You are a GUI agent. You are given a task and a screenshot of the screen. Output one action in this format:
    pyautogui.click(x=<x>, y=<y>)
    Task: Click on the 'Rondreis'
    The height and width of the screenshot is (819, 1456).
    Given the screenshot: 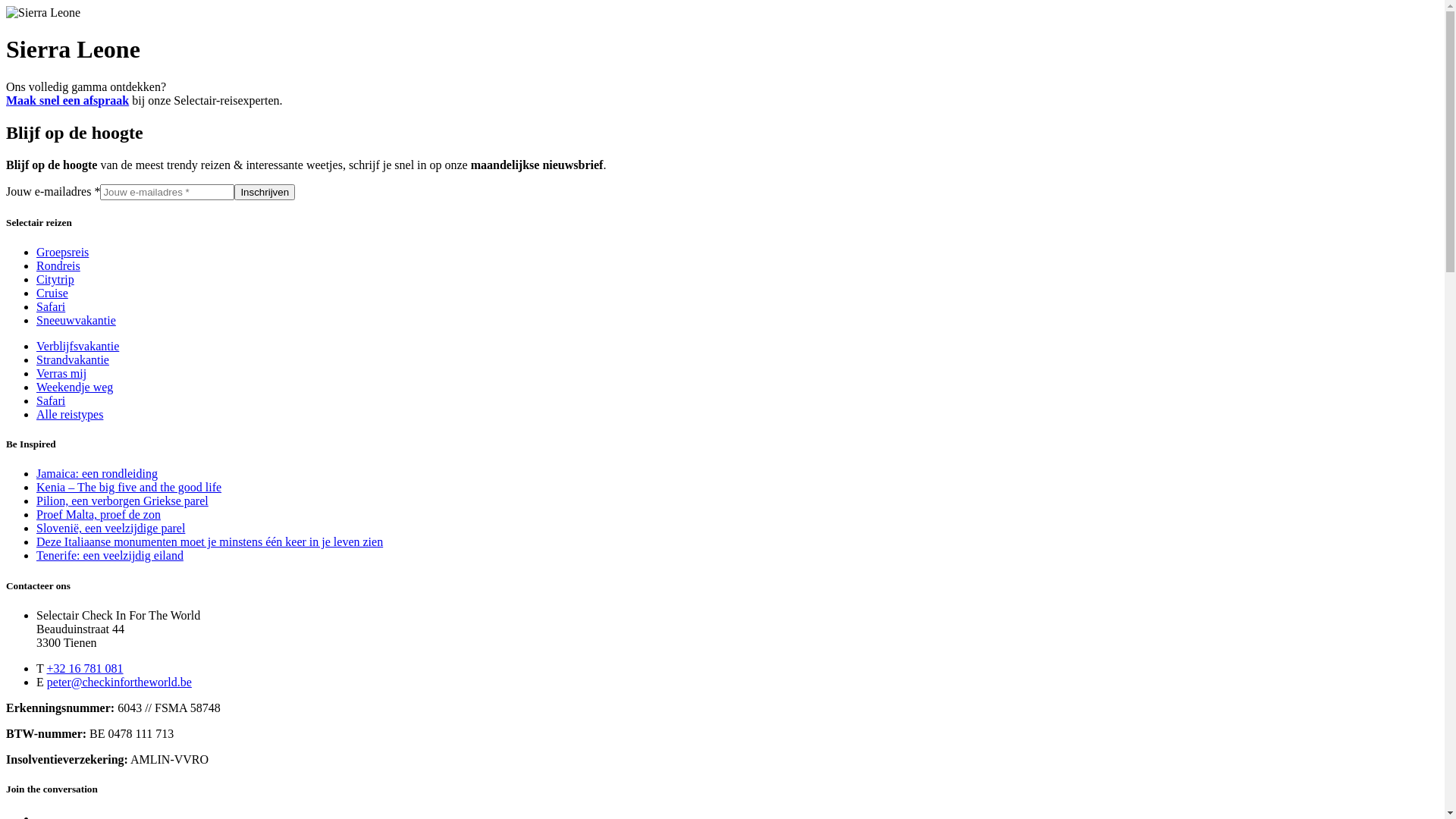 What is the action you would take?
    pyautogui.click(x=36, y=265)
    